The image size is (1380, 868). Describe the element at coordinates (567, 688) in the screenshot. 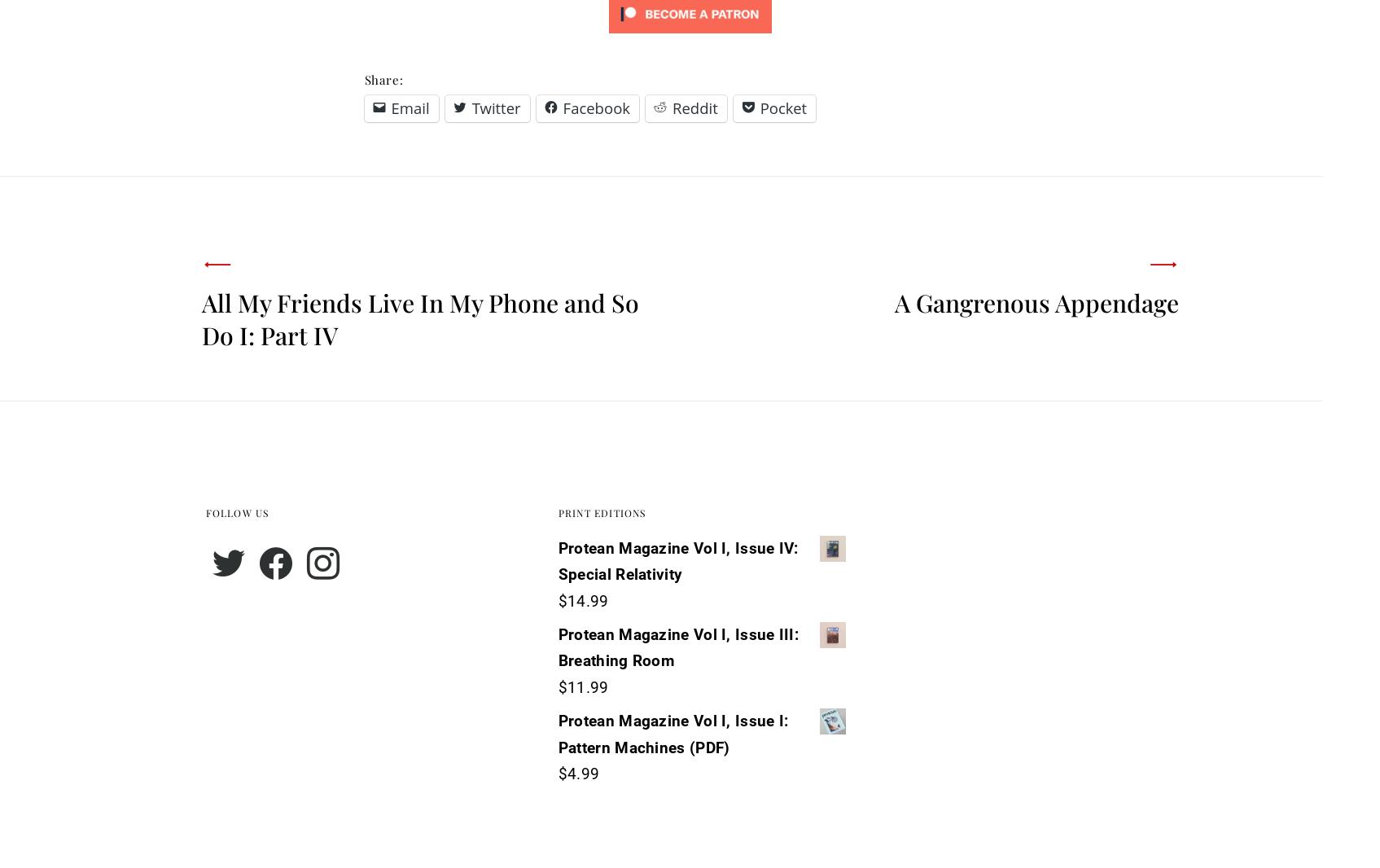

I see `'11.99'` at that location.